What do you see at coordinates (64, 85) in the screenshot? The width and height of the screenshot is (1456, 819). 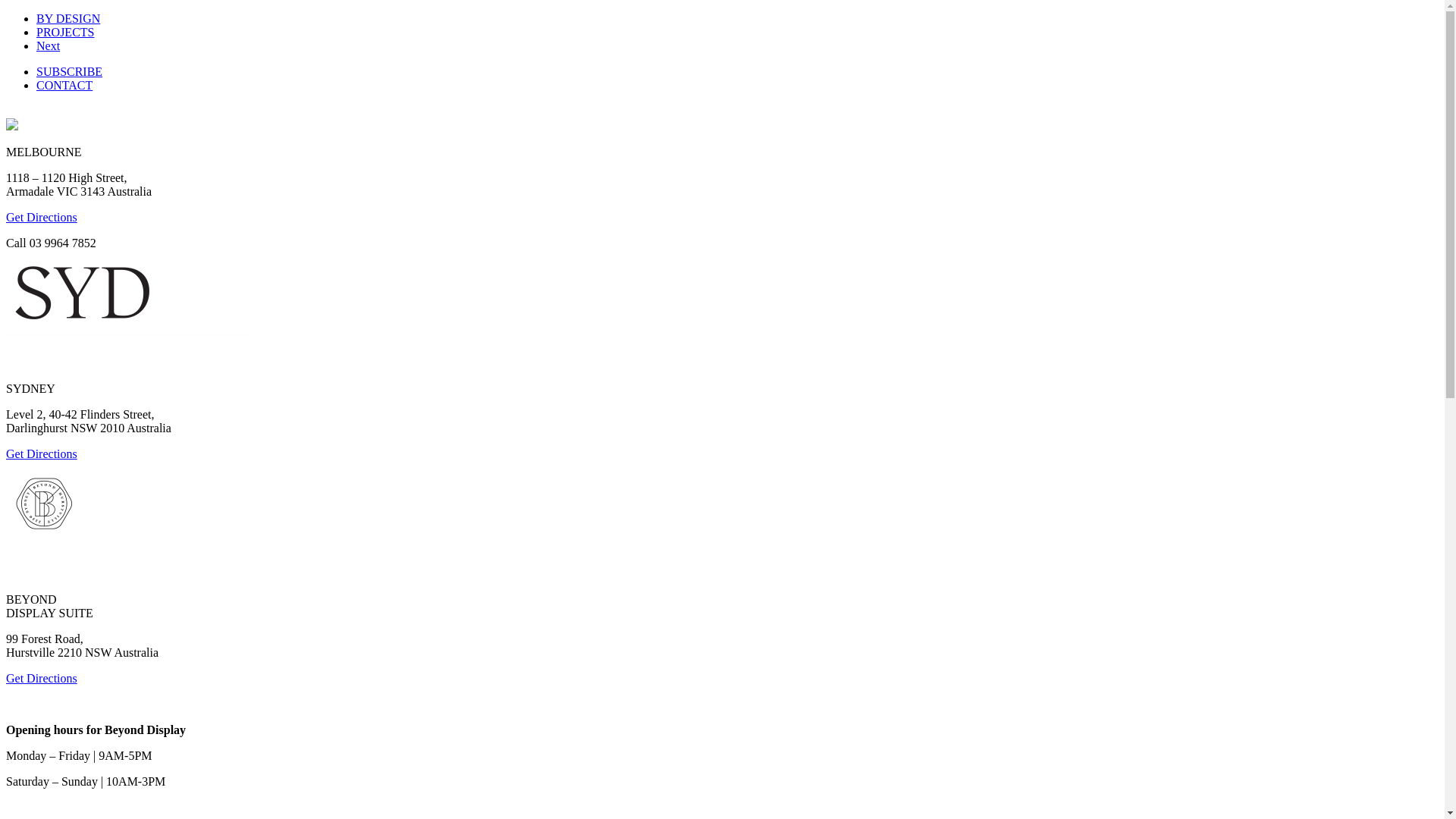 I see `'CONTACT'` at bounding box center [64, 85].